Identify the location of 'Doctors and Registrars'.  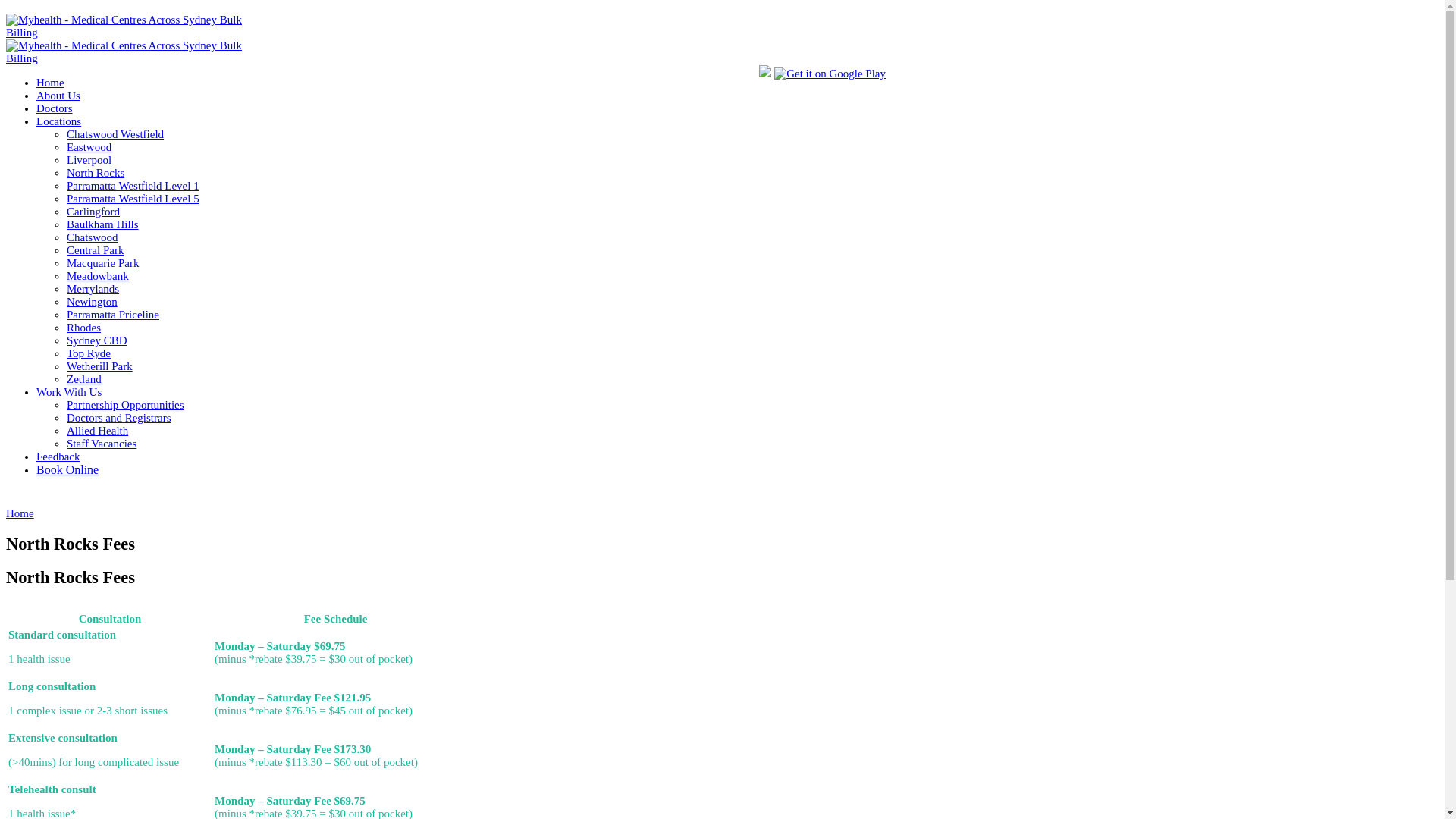
(118, 418).